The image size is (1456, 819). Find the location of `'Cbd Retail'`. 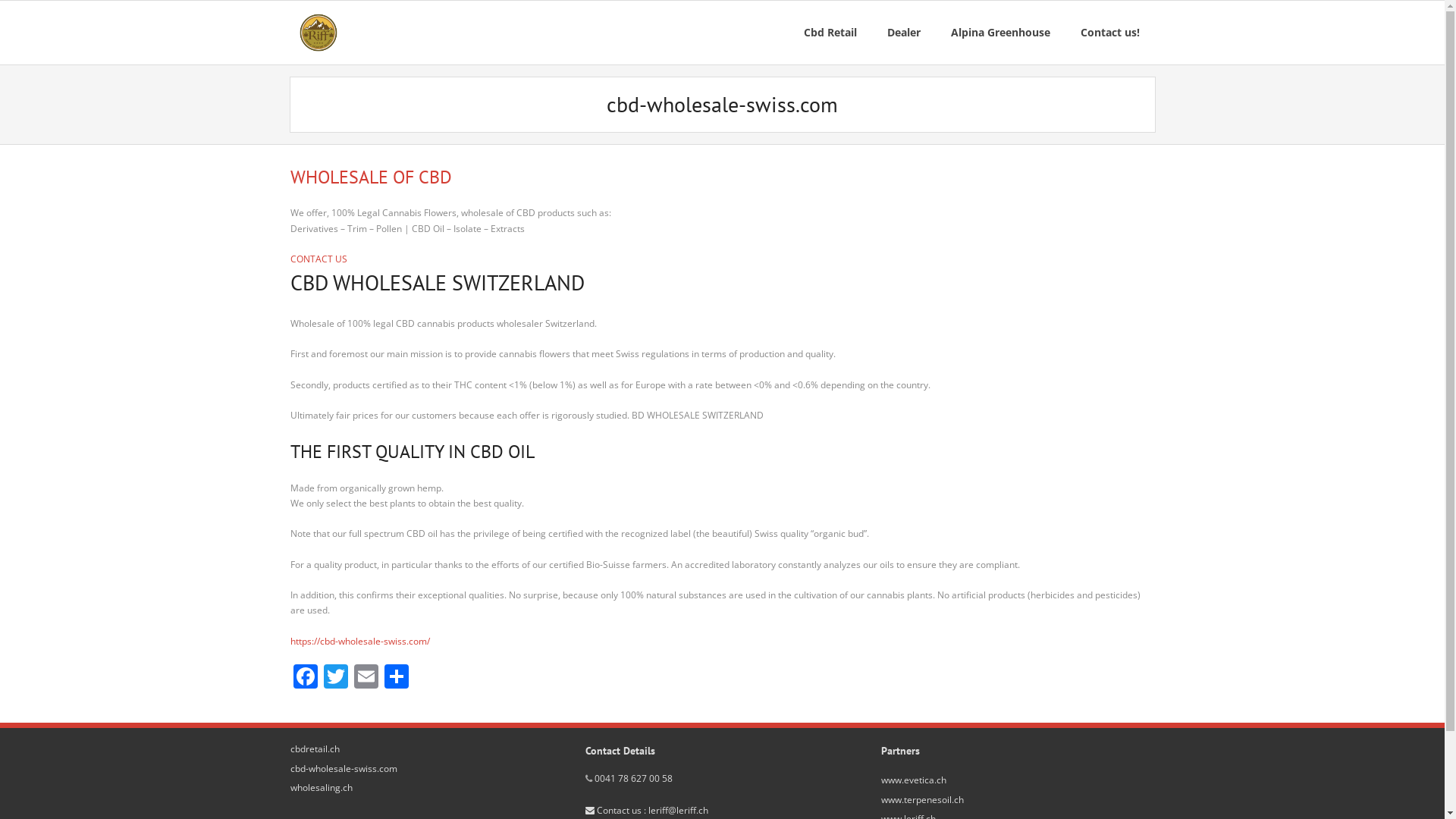

'Cbd Retail' is located at coordinates (829, 32).